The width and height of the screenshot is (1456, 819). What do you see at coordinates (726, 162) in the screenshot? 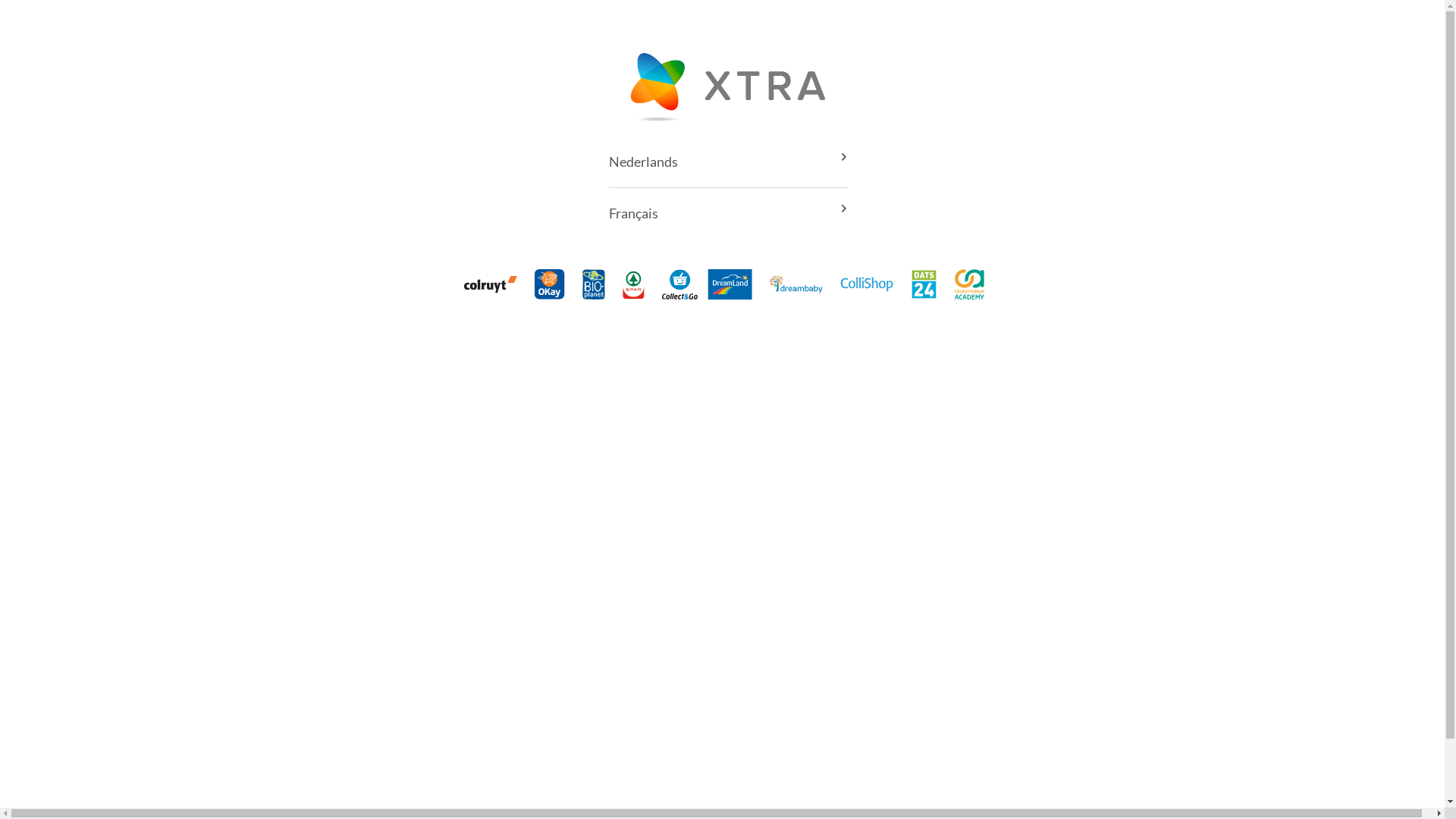
I see `'Nederlands'` at bounding box center [726, 162].